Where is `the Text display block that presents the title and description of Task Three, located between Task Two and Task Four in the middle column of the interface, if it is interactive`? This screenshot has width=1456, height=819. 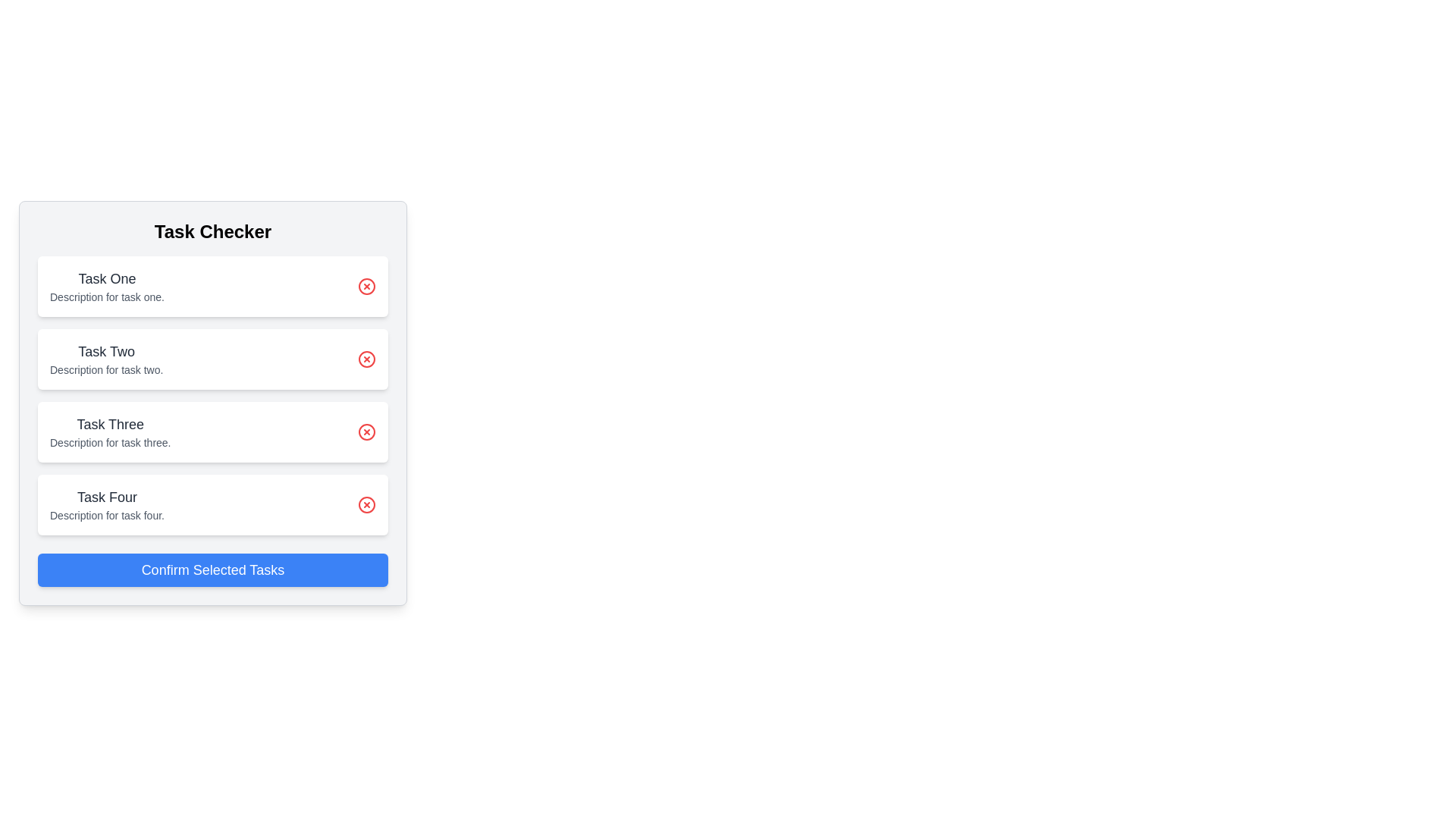 the Text display block that presents the title and description of Task Three, located between Task Two and Task Four in the middle column of the interface, if it is interactive is located at coordinates (109, 432).